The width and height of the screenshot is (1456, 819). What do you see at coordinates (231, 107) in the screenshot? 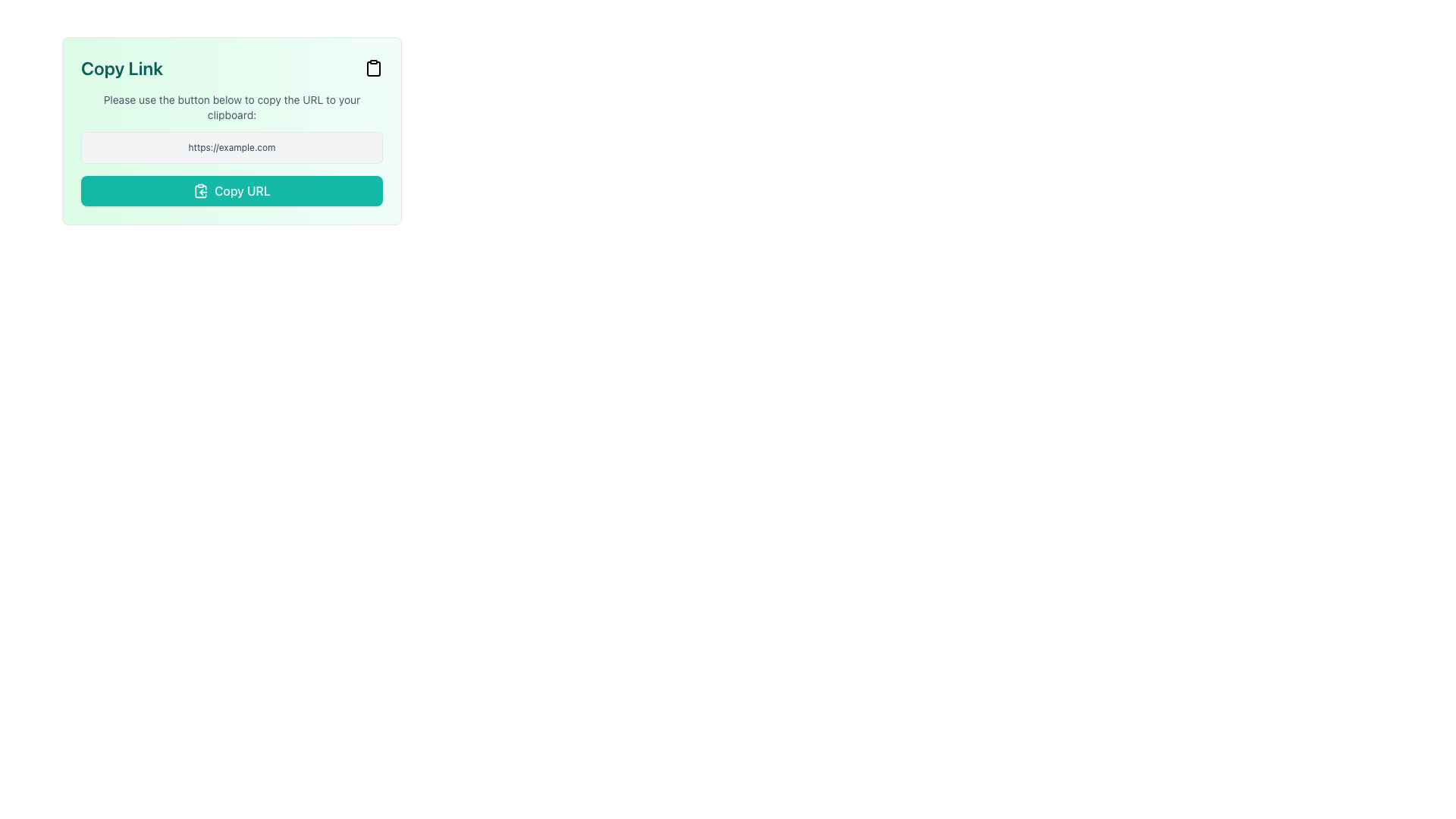
I see `the static text element that provides instructions for copying a link, positioned below the title 'Copy Link' and an icon, and above the displayed URL and the 'Copy URL' button` at bounding box center [231, 107].